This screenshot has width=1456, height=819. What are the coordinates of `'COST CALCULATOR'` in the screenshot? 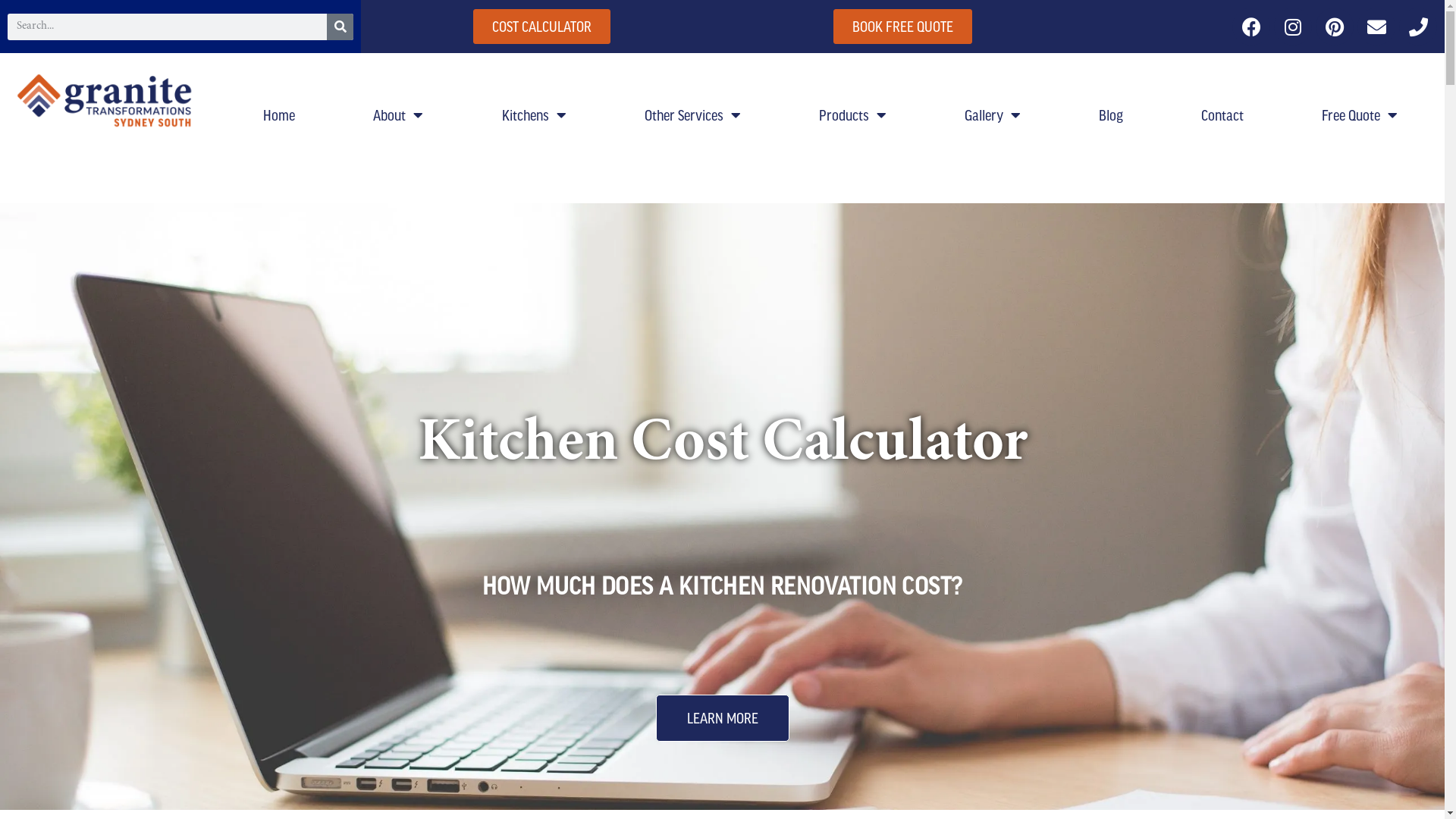 It's located at (541, 26).